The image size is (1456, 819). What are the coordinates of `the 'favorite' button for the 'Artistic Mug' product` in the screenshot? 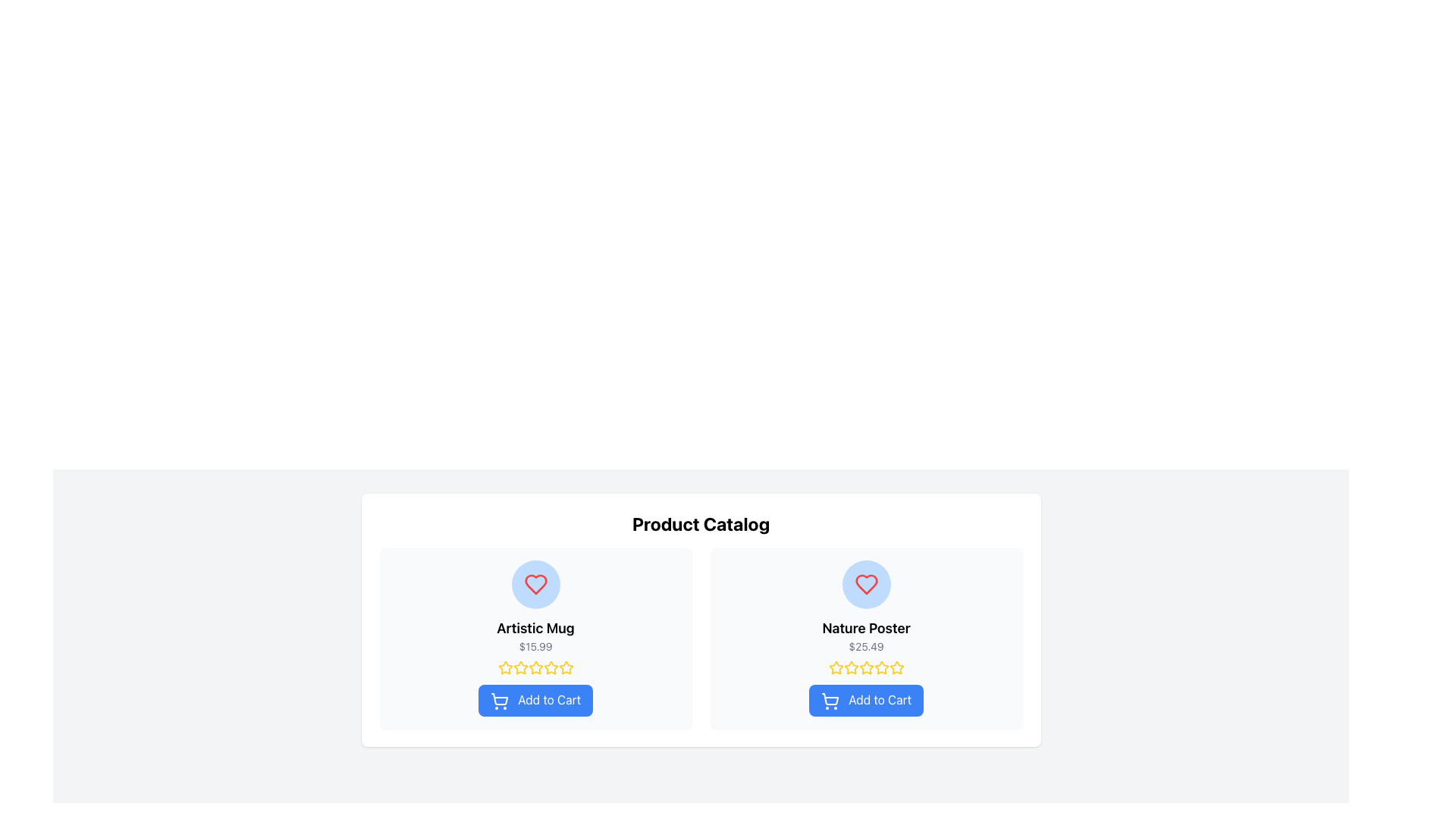 It's located at (535, 584).